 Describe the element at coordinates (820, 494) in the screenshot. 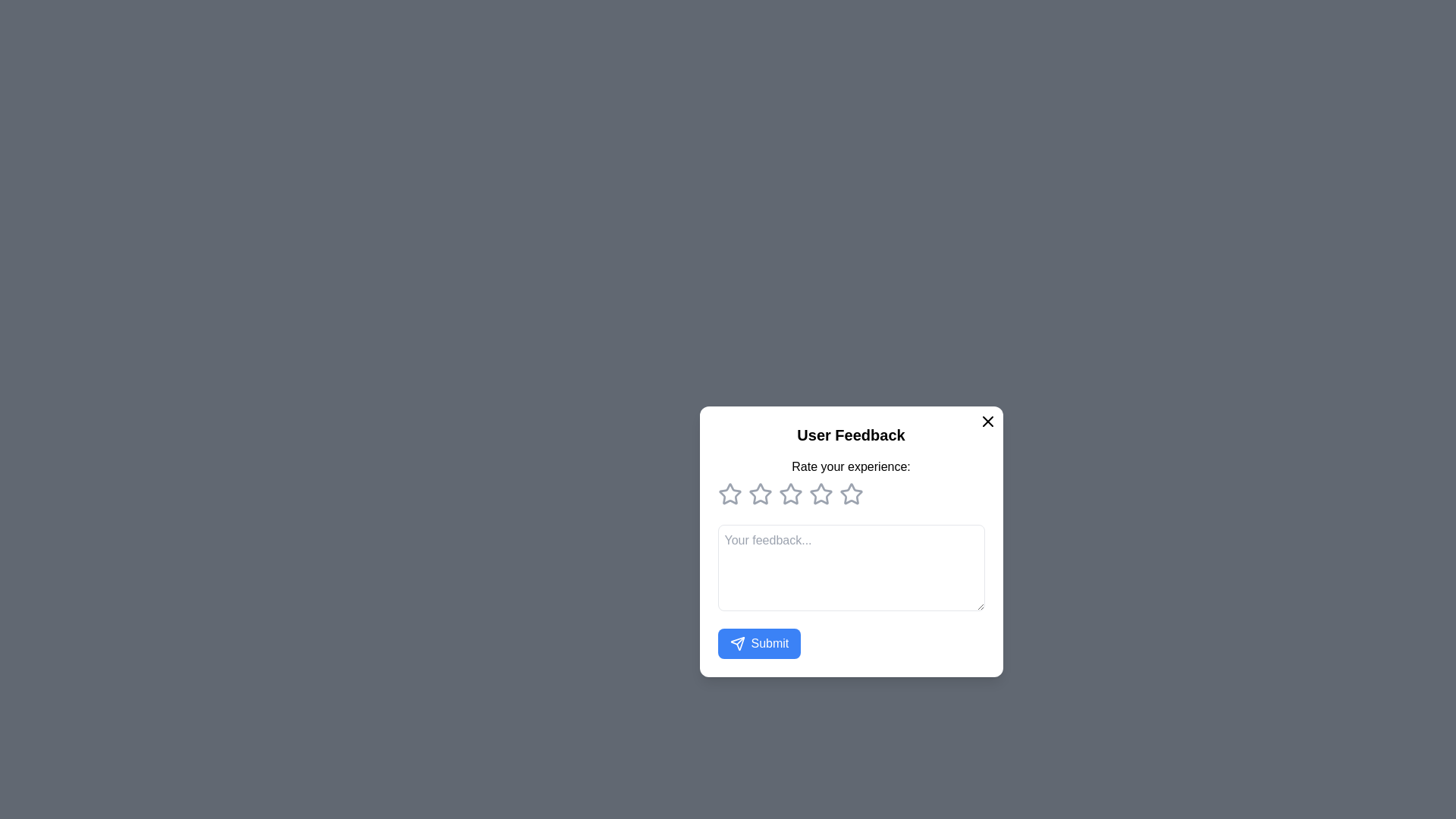

I see `the fourth star-shaped icon in light gray color under the 'Rate your experience:' heading` at that location.